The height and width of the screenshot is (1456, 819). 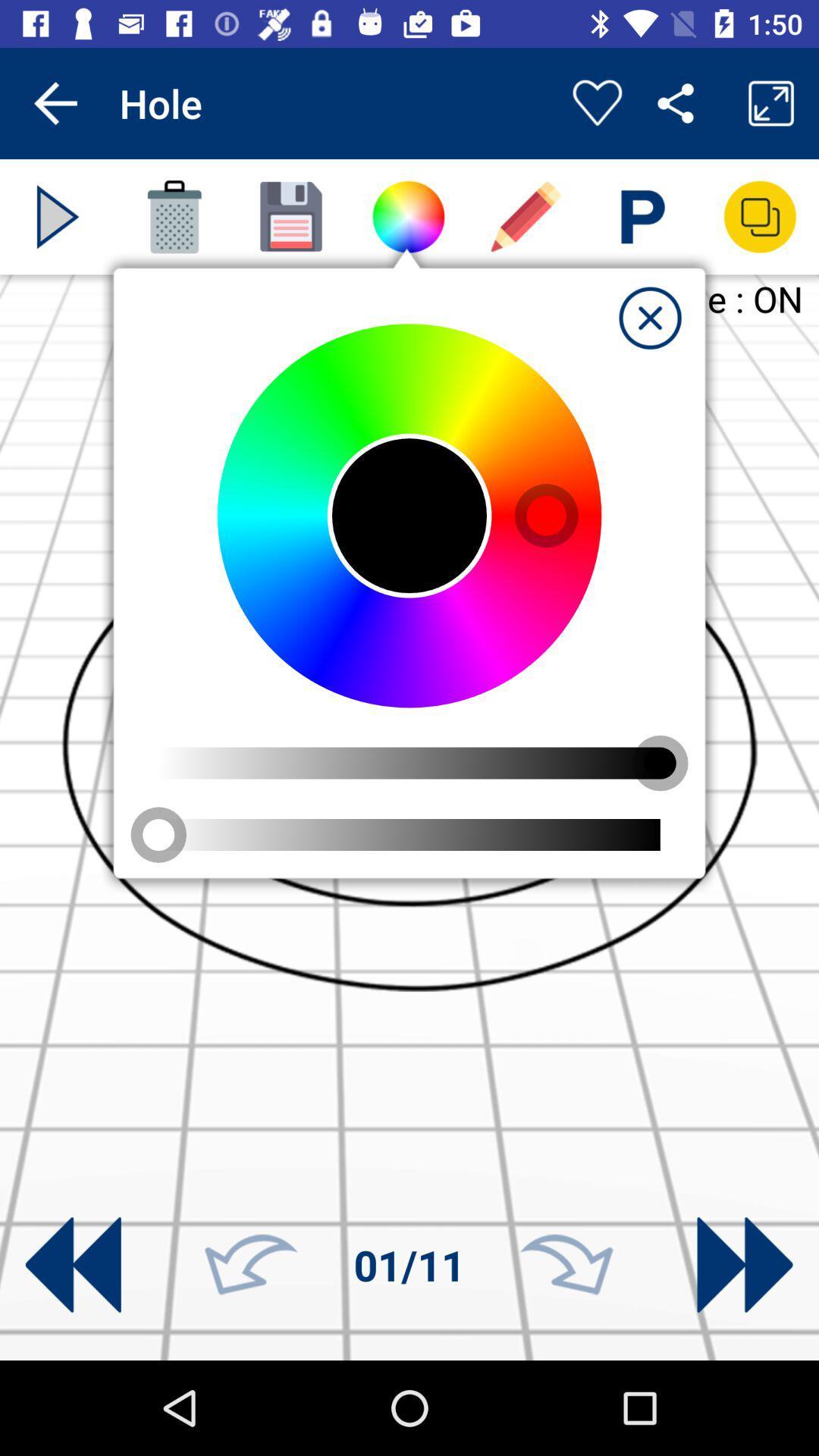 I want to click on the application function, so click(x=649, y=317).